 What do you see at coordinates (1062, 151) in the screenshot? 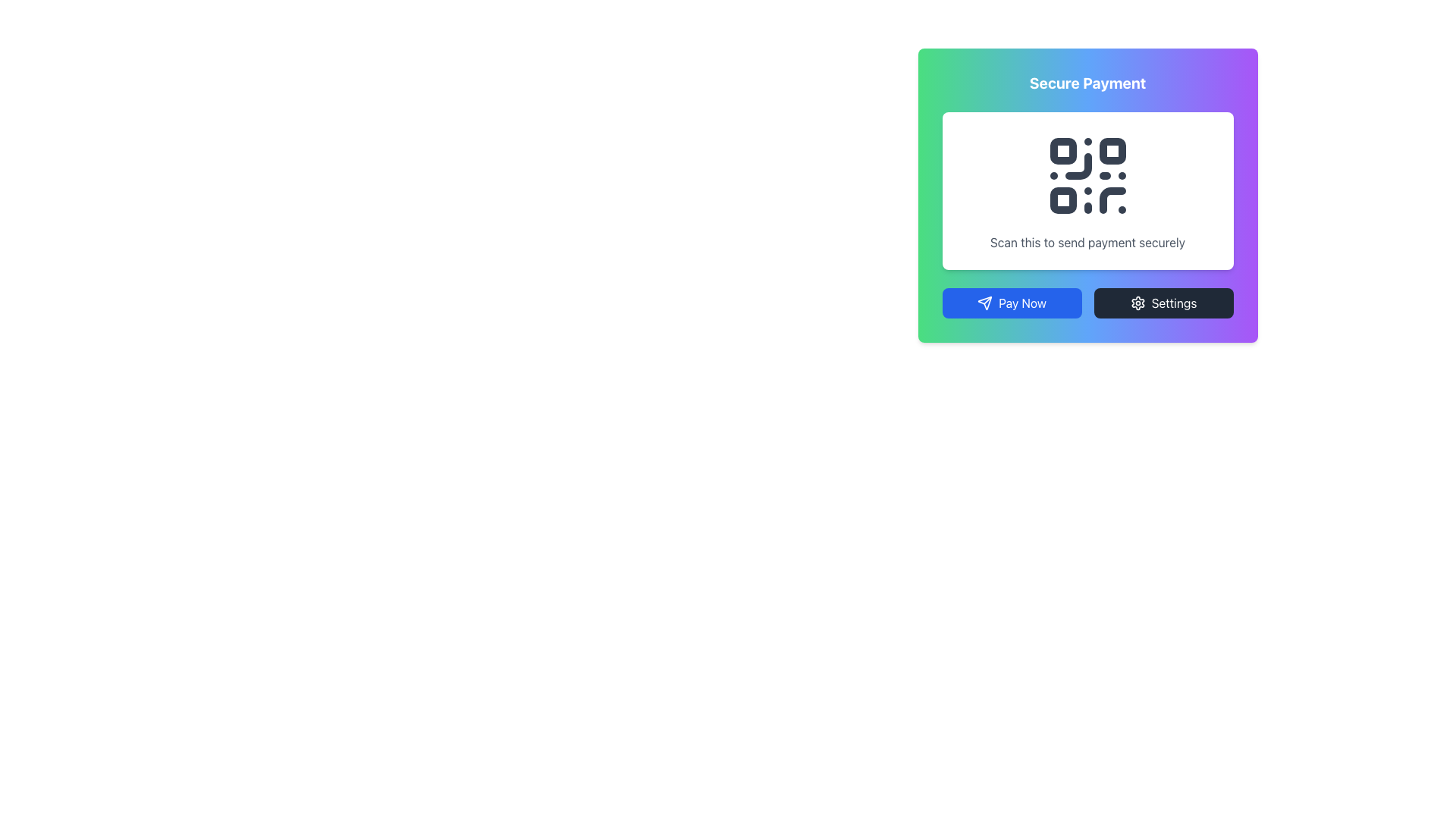
I see `the first square of the QR code, which is a small, square-shaped element with rounded corners, located towards the top-left corner of the QR code pattern` at bounding box center [1062, 151].